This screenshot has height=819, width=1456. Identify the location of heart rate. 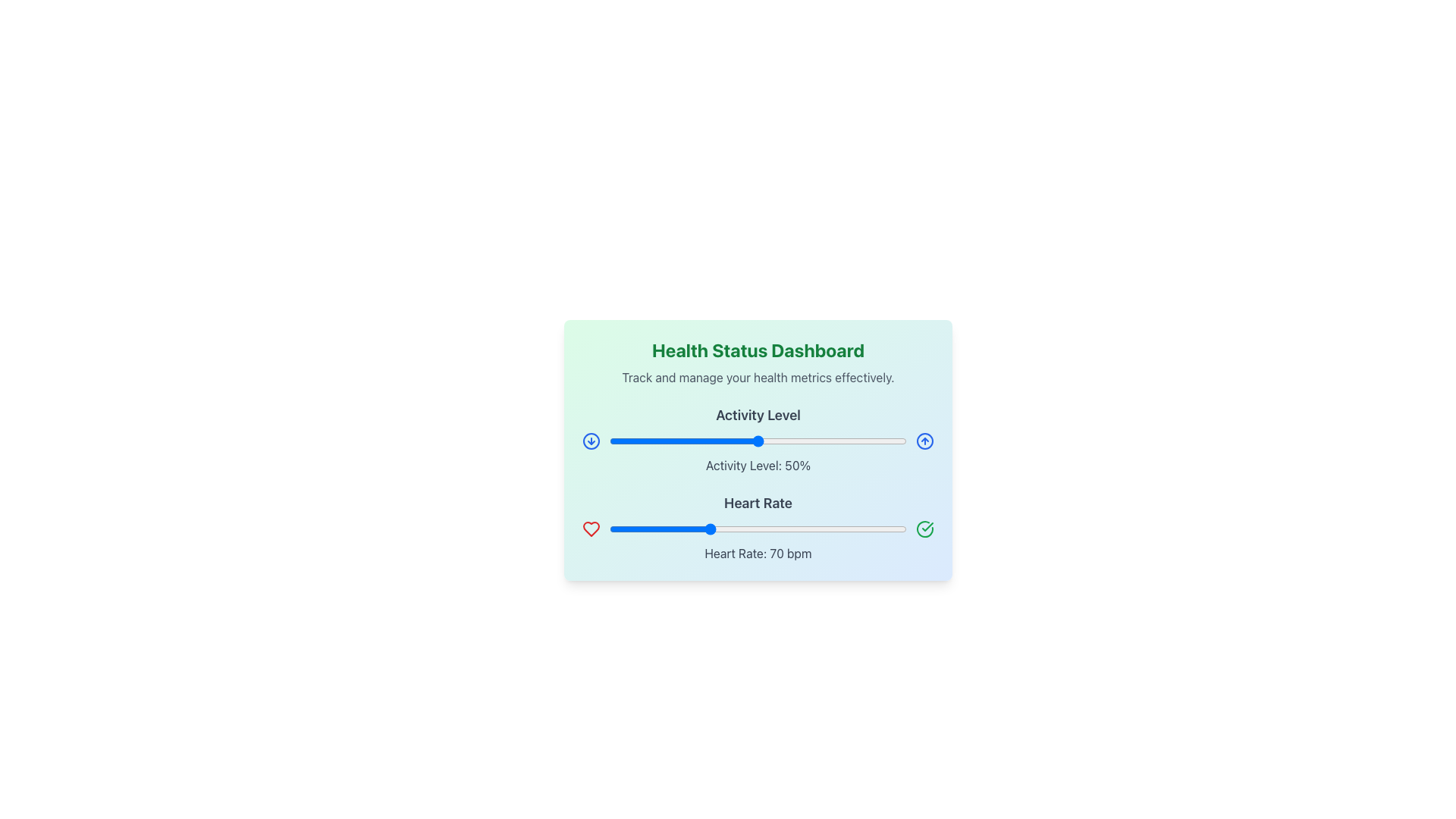
(622, 529).